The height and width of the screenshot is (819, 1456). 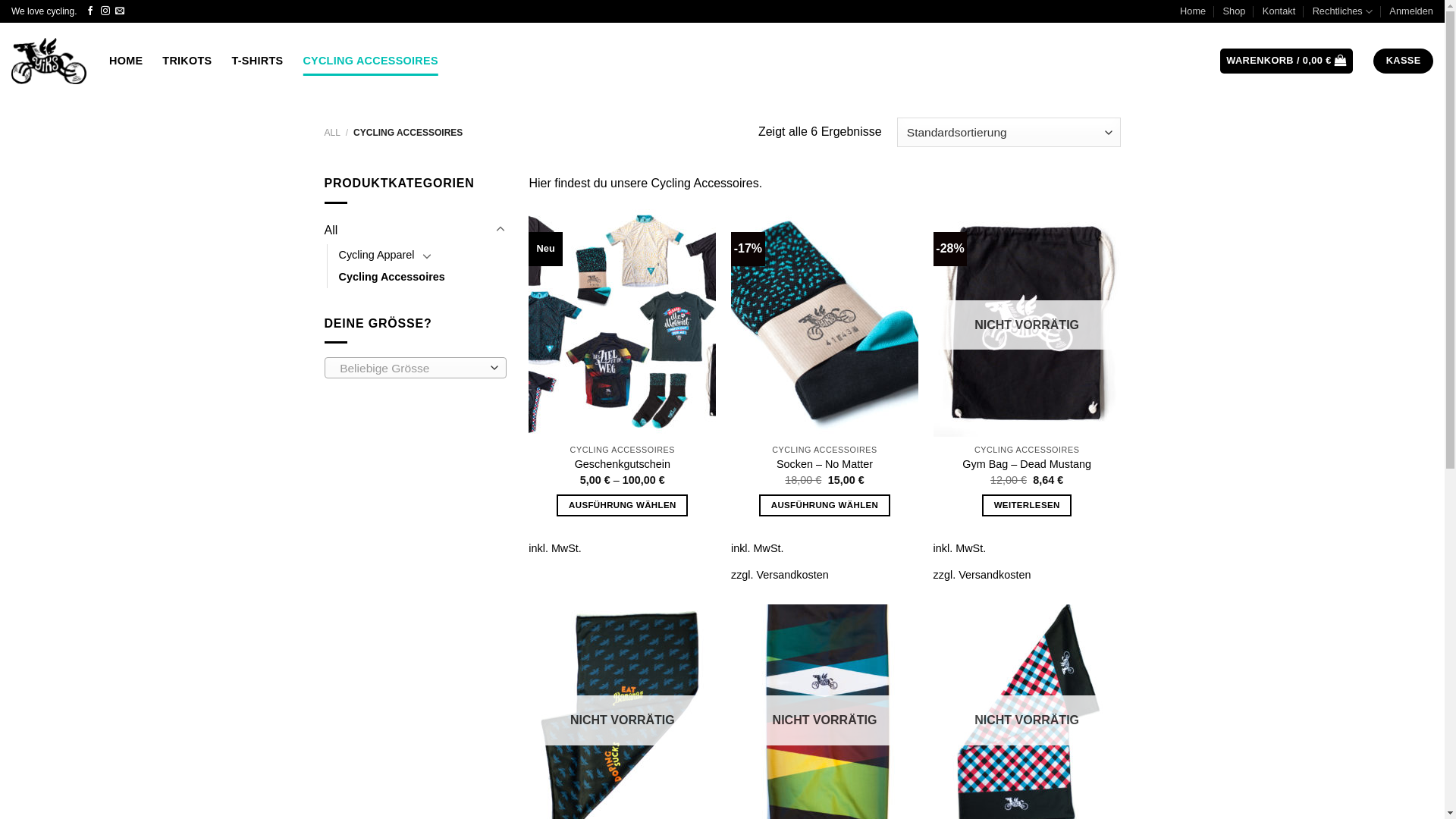 I want to click on 'Home', so click(x=1192, y=11).